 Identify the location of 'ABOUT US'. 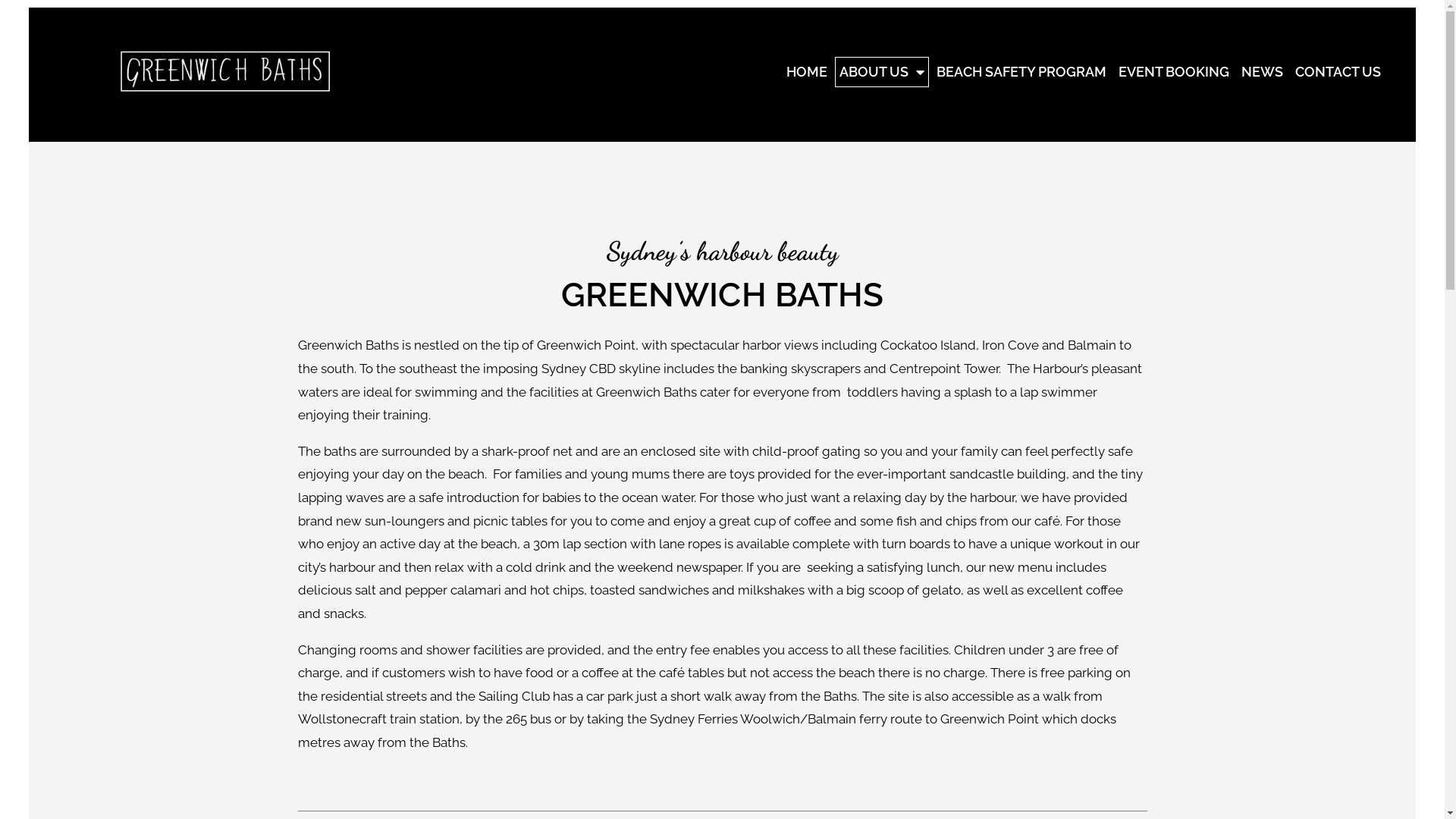
(881, 72).